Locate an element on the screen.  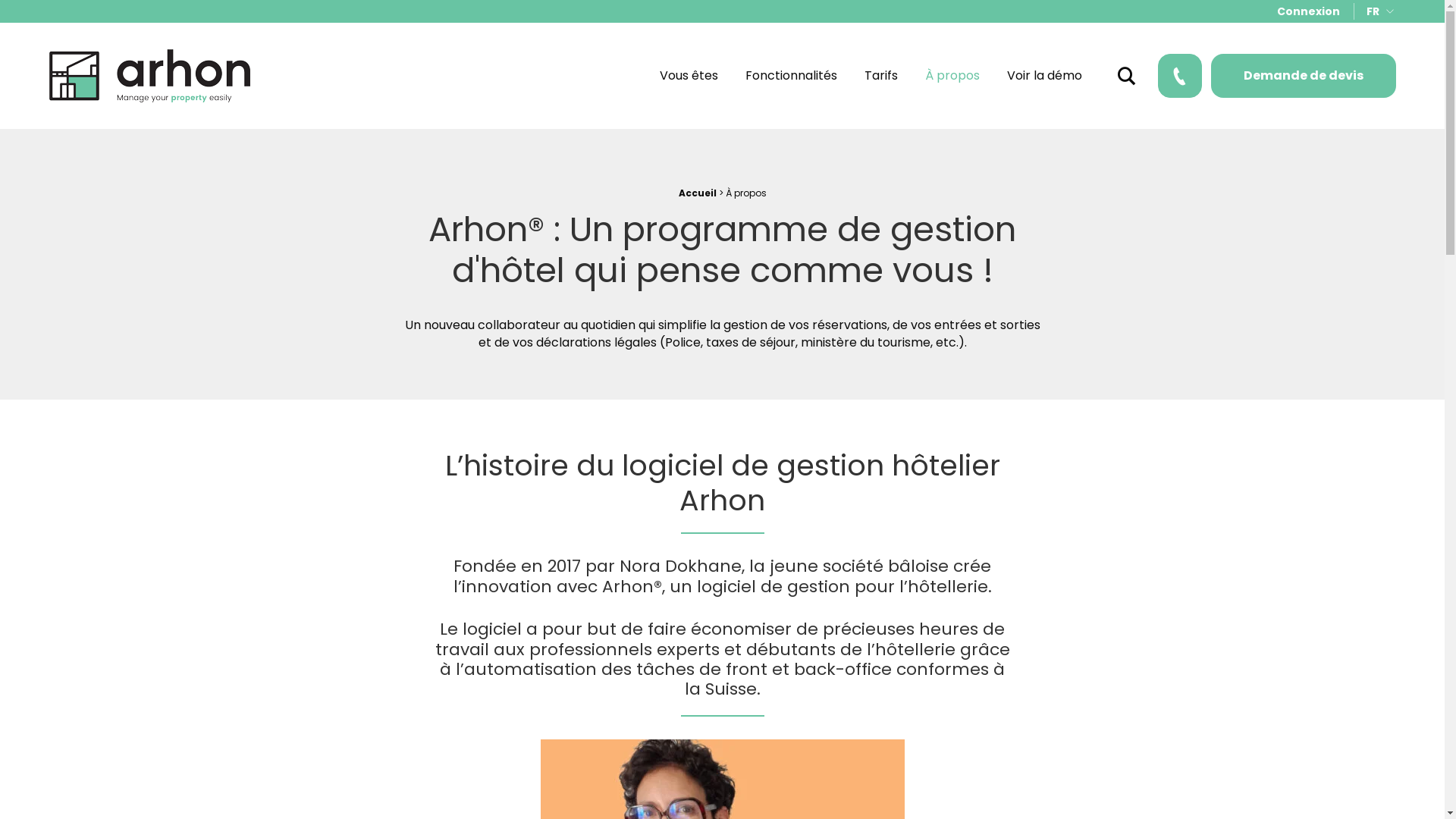
'Demande de devis' is located at coordinates (1302, 76).